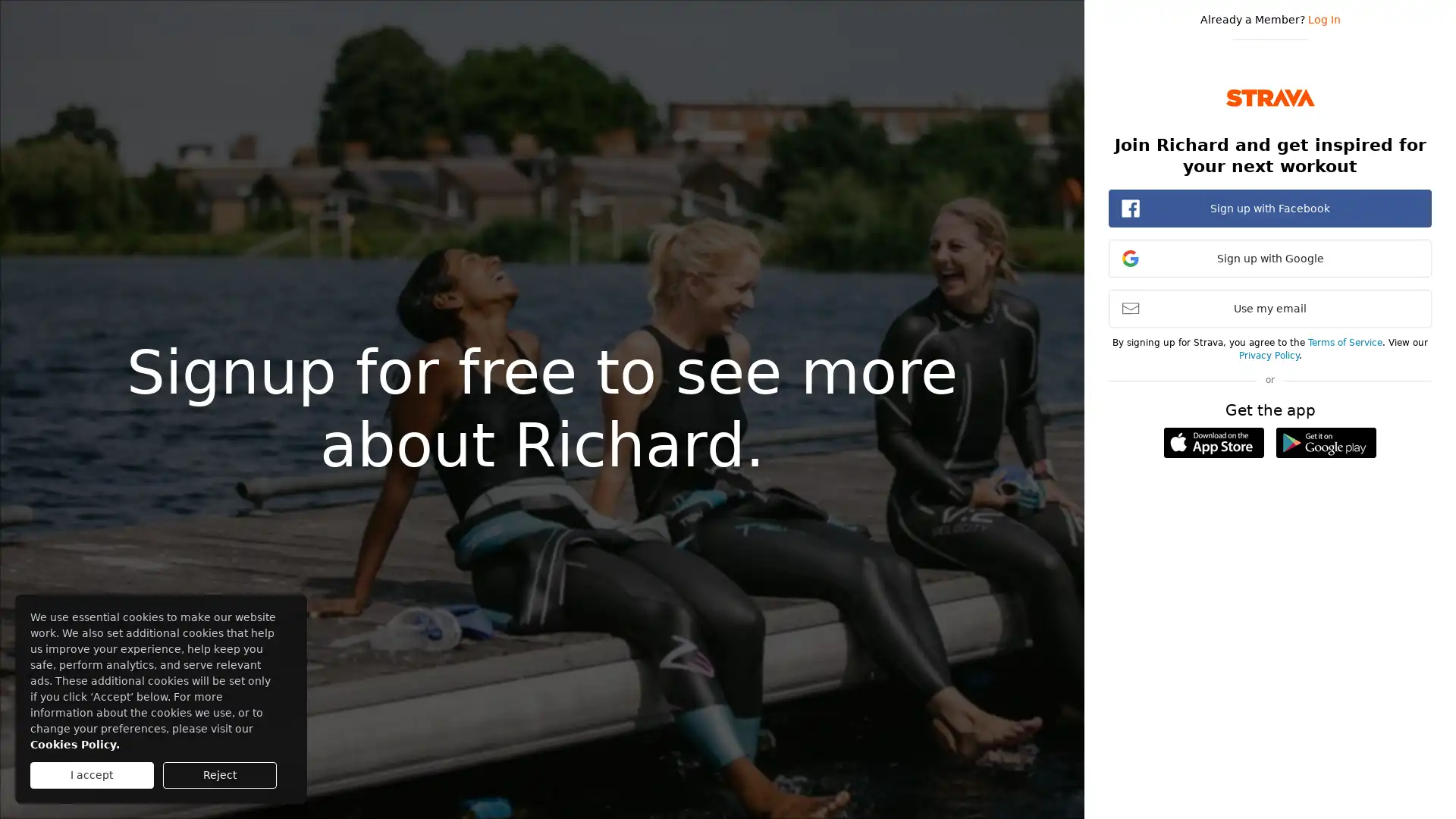  Describe the element at coordinates (218, 775) in the screenshot. I see `Reject` at that location.